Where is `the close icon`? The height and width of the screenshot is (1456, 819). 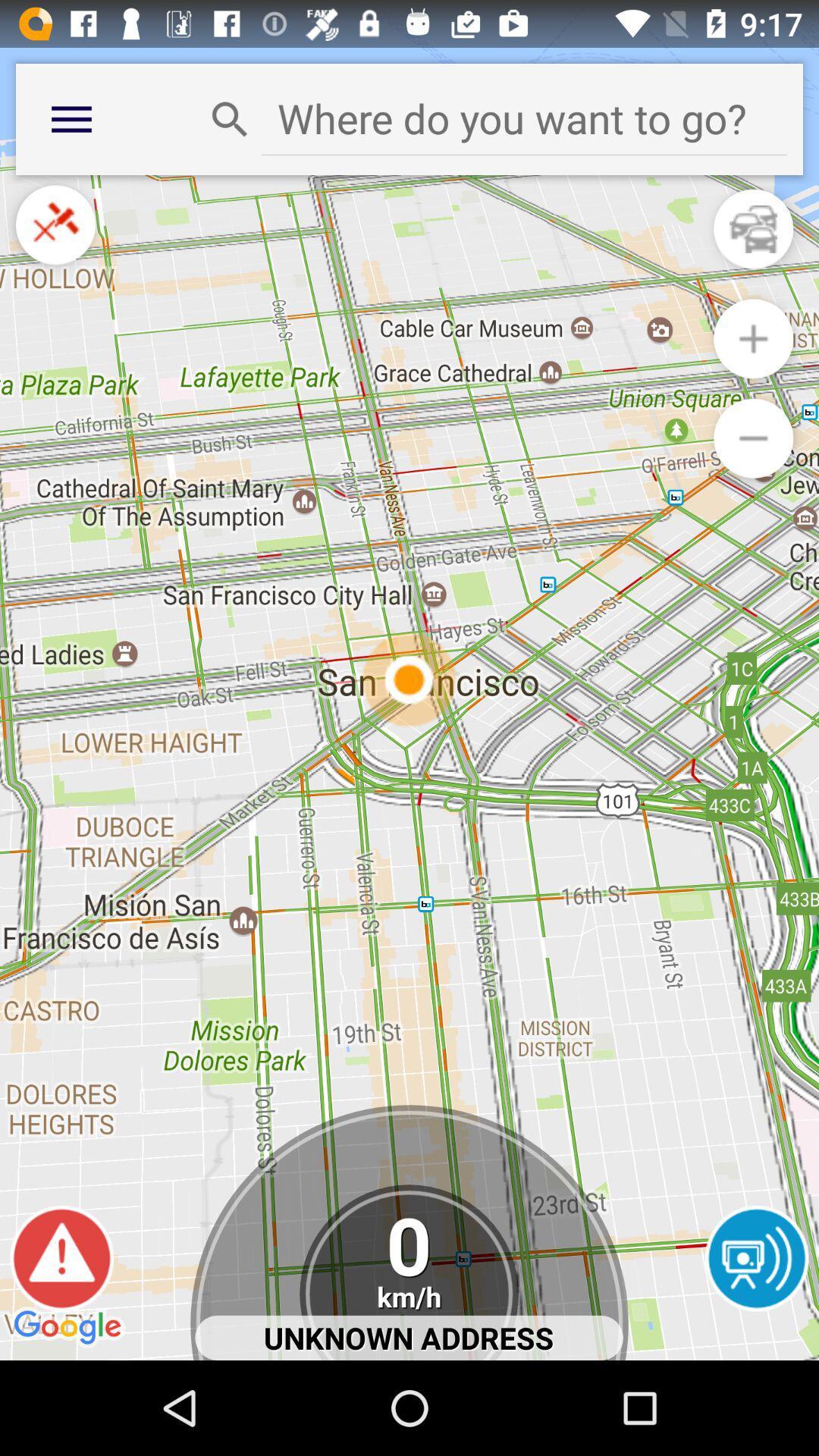
the close icon is located at coordinates (55, 240).